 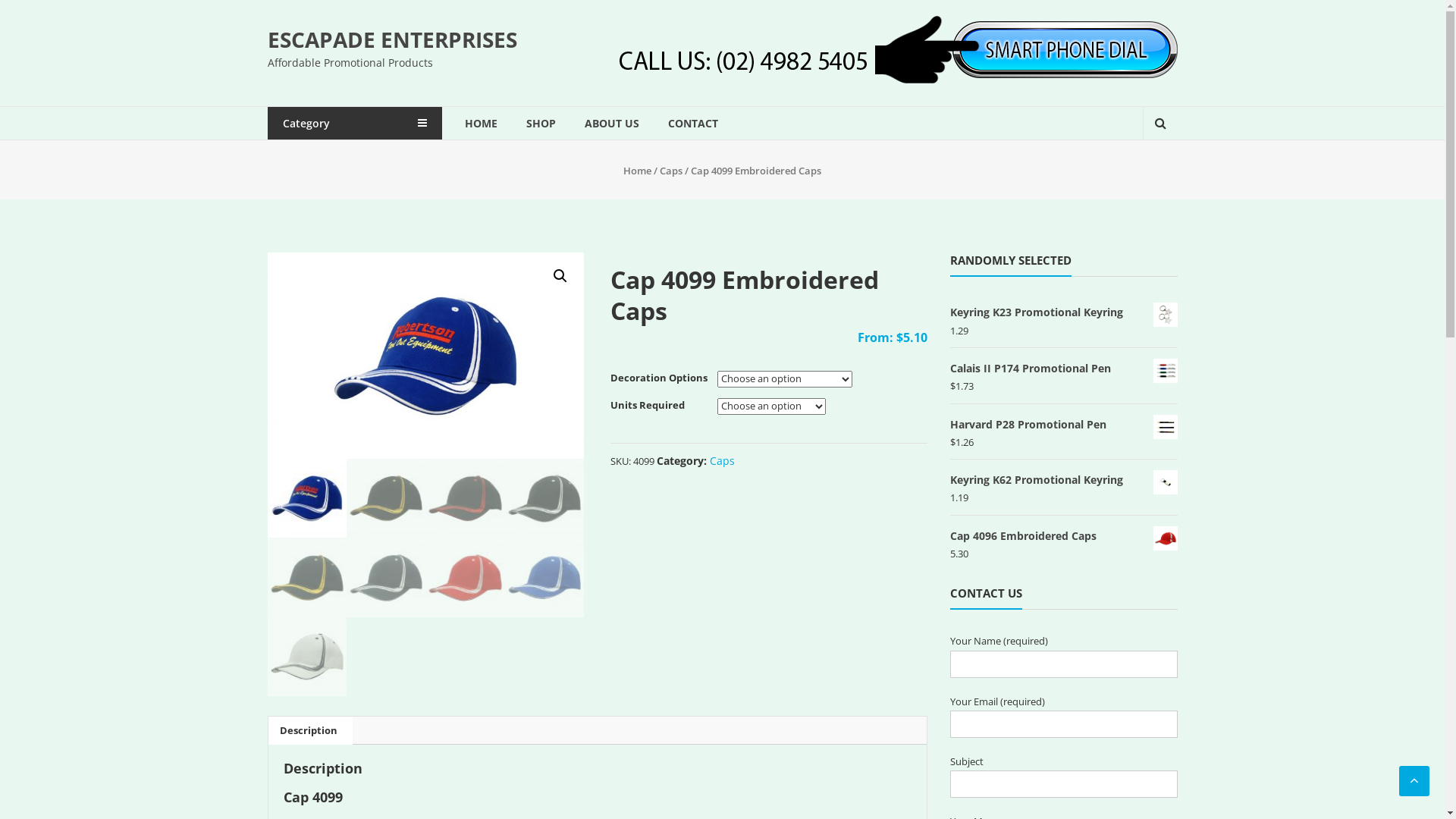 I want to click on 'SHOP', so click(x=541, y=122).